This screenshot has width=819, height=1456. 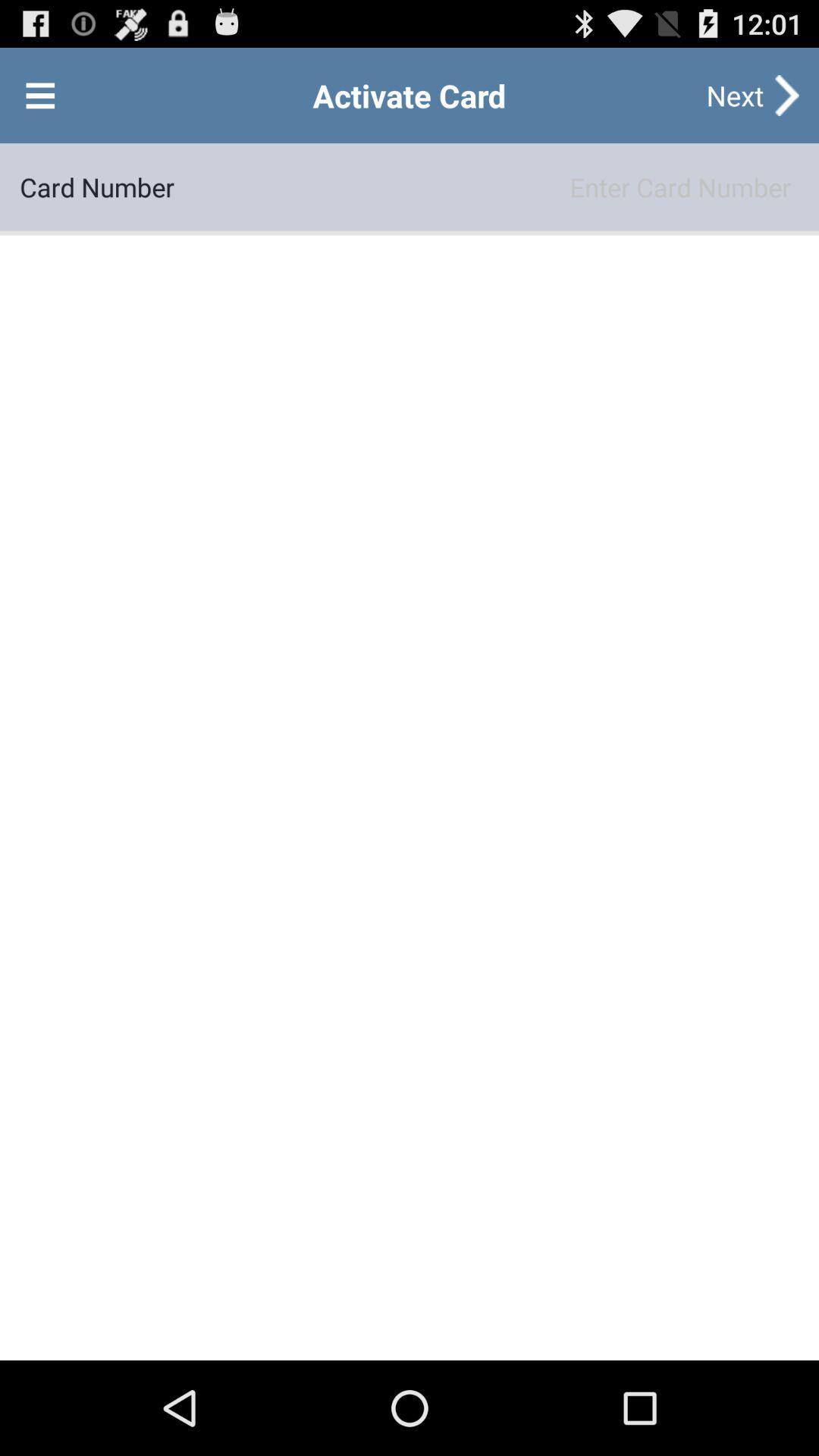 What do you see at coordinates (39, 94) in the screenshot?
I see `app to the left of activate card app` at bounding box center [39, 94].